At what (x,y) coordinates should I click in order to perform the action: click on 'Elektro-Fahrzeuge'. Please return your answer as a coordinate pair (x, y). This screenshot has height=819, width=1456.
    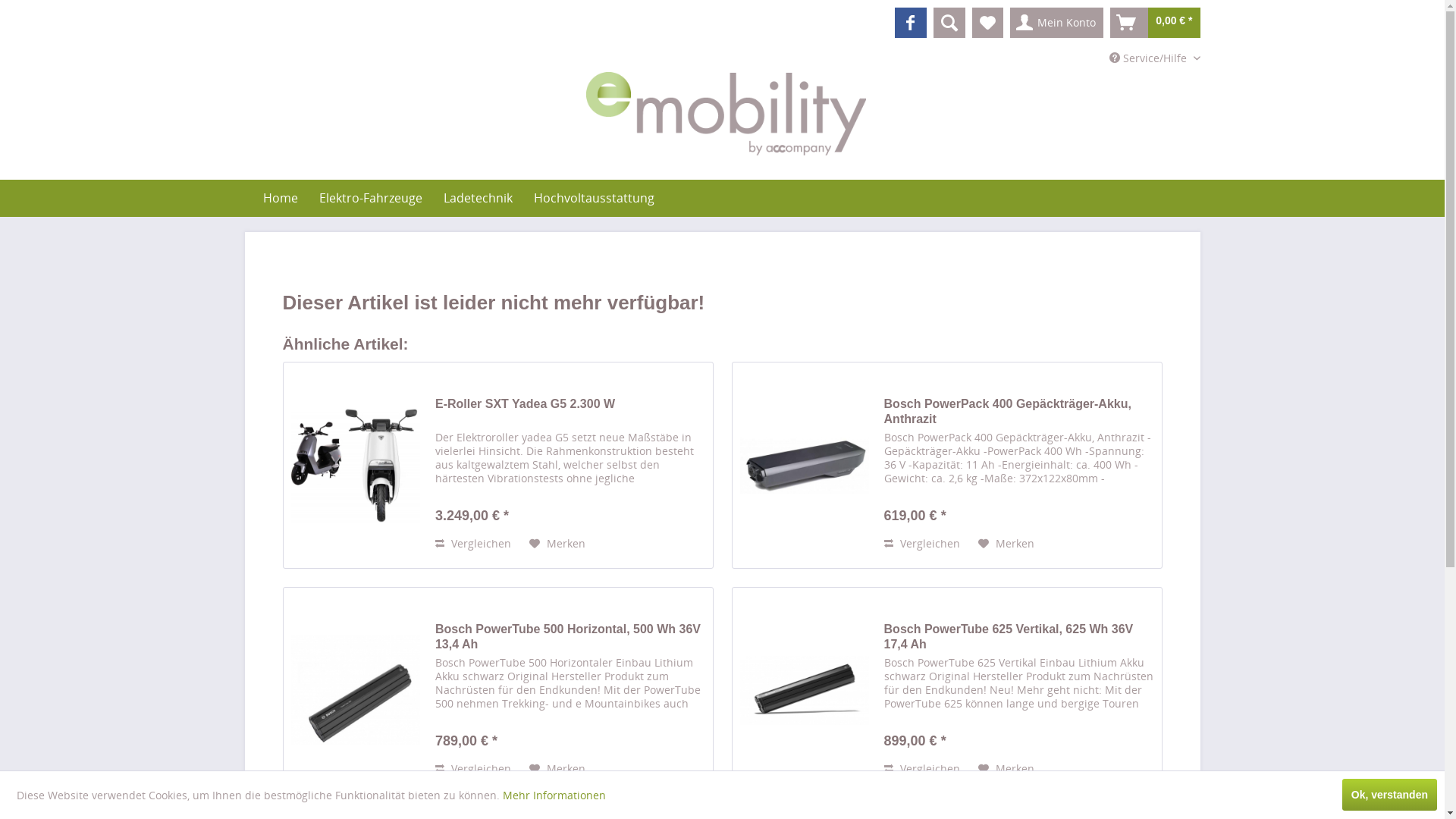
    Looking at the image, I should click on (370, 197).